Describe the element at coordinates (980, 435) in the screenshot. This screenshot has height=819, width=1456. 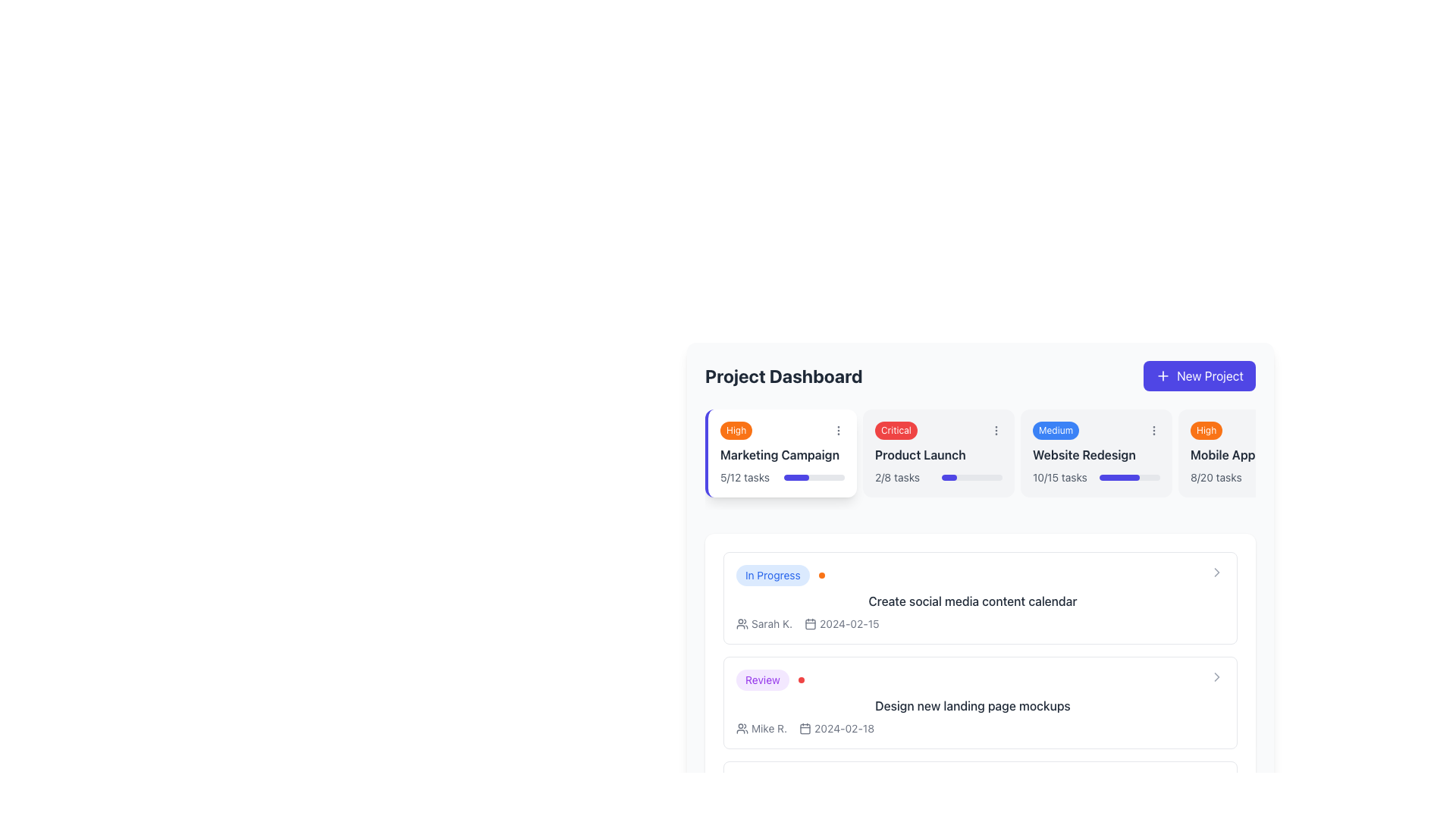
I see `the second card element in the horizontal list, which has a light gray background, a red 'Critical' status badge, and a 'Product Launch' label` at that location.